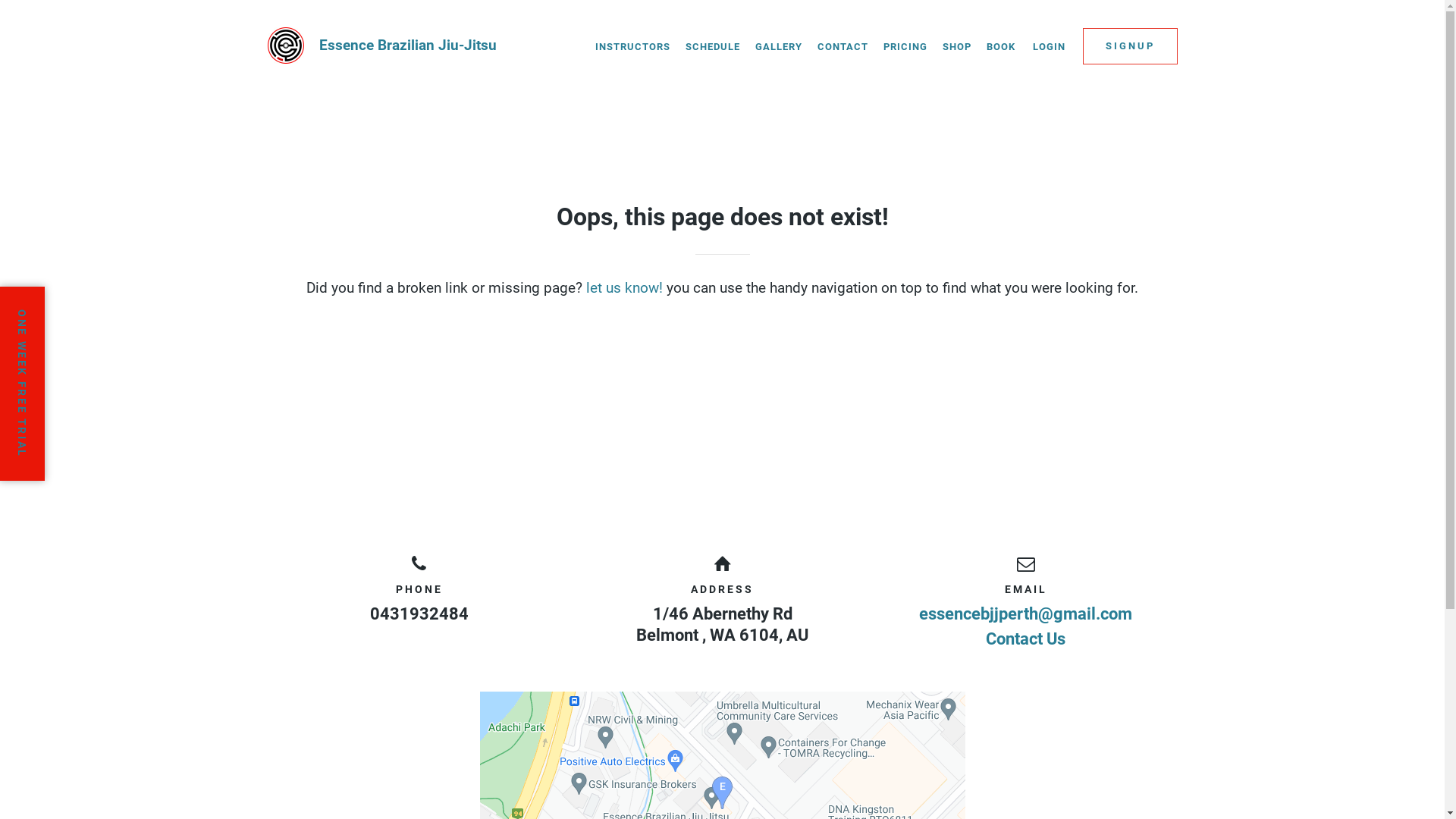 Image resolution: width=1456 pixels, height=819 pixels. Describe the element at coordinates (1000, 45) in the screenshot. I see `'BOOK'` at that location.